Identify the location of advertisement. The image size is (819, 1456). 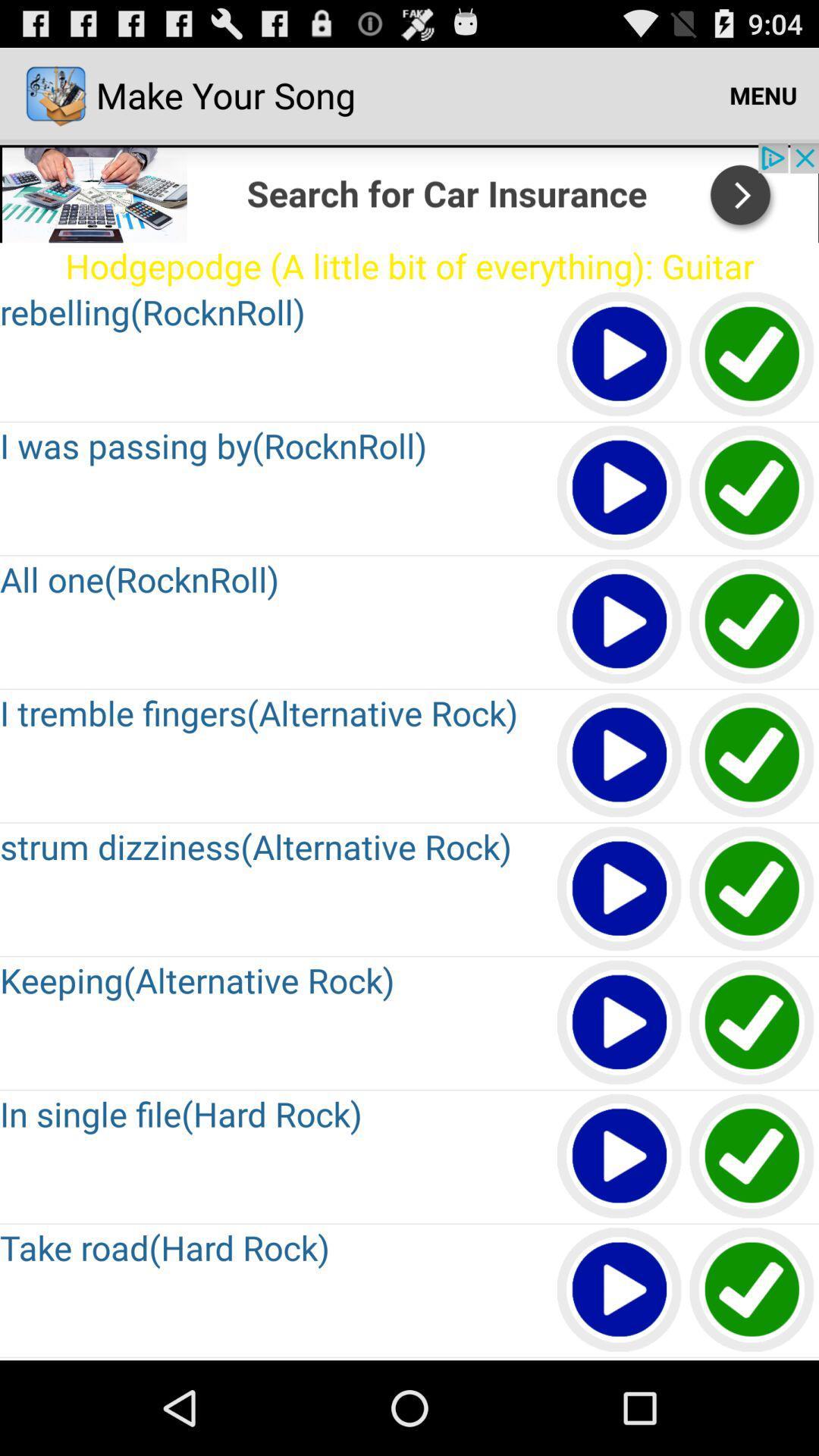
(409, 192).